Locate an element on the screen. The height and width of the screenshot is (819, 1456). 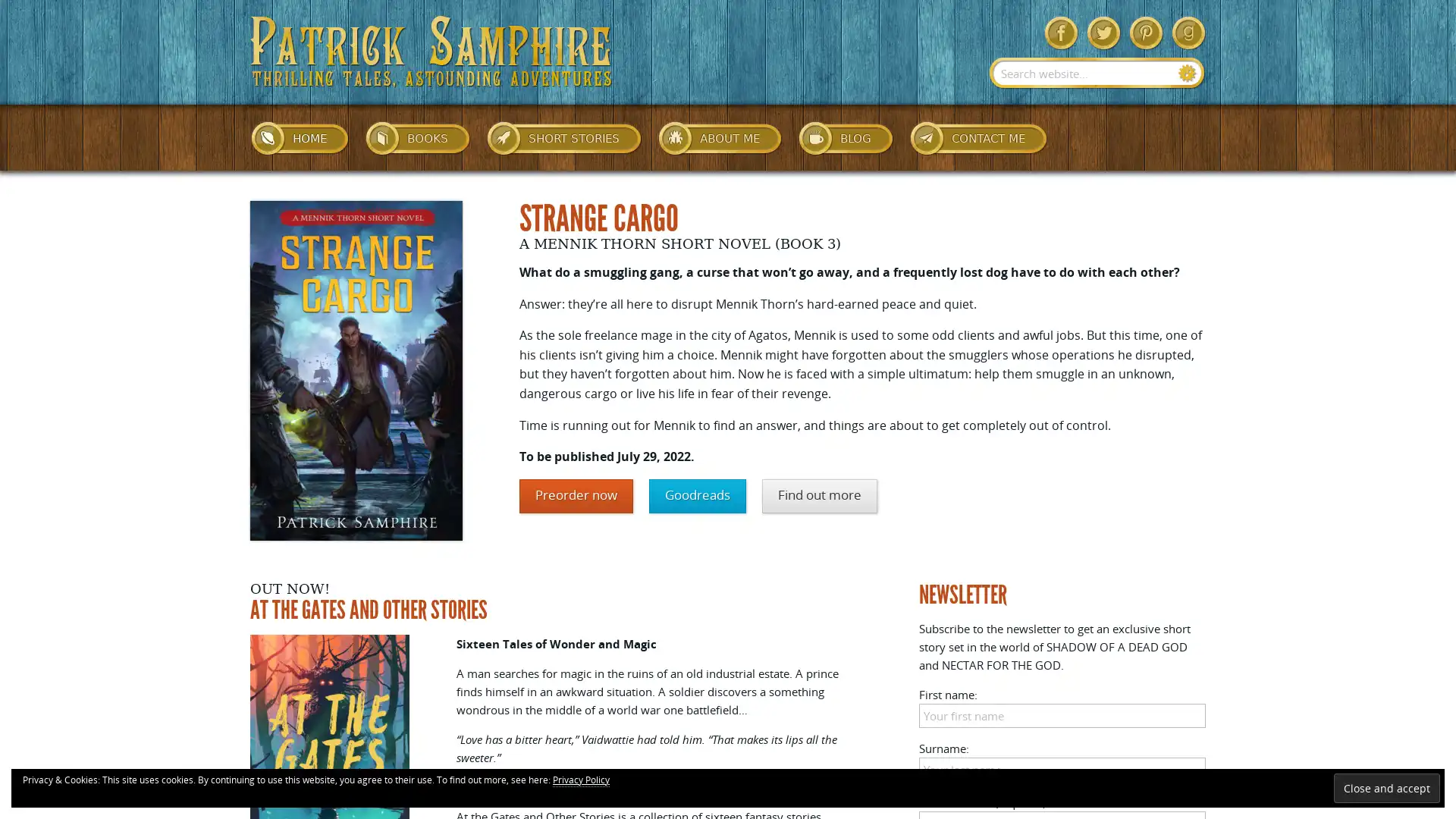
Search is located at coordinates (1187, 73).